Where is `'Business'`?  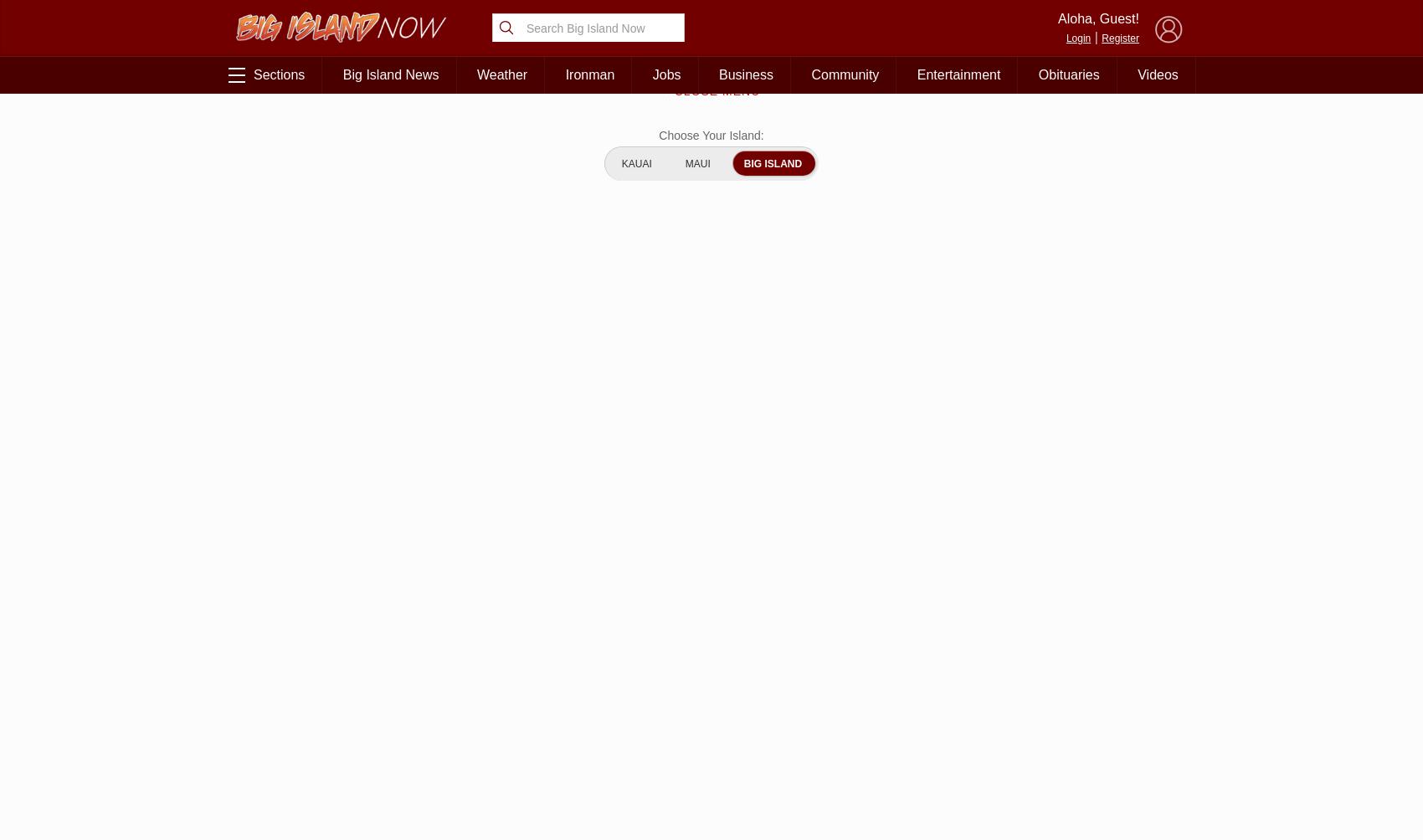 'Business' is located at coordinates (745, 74).